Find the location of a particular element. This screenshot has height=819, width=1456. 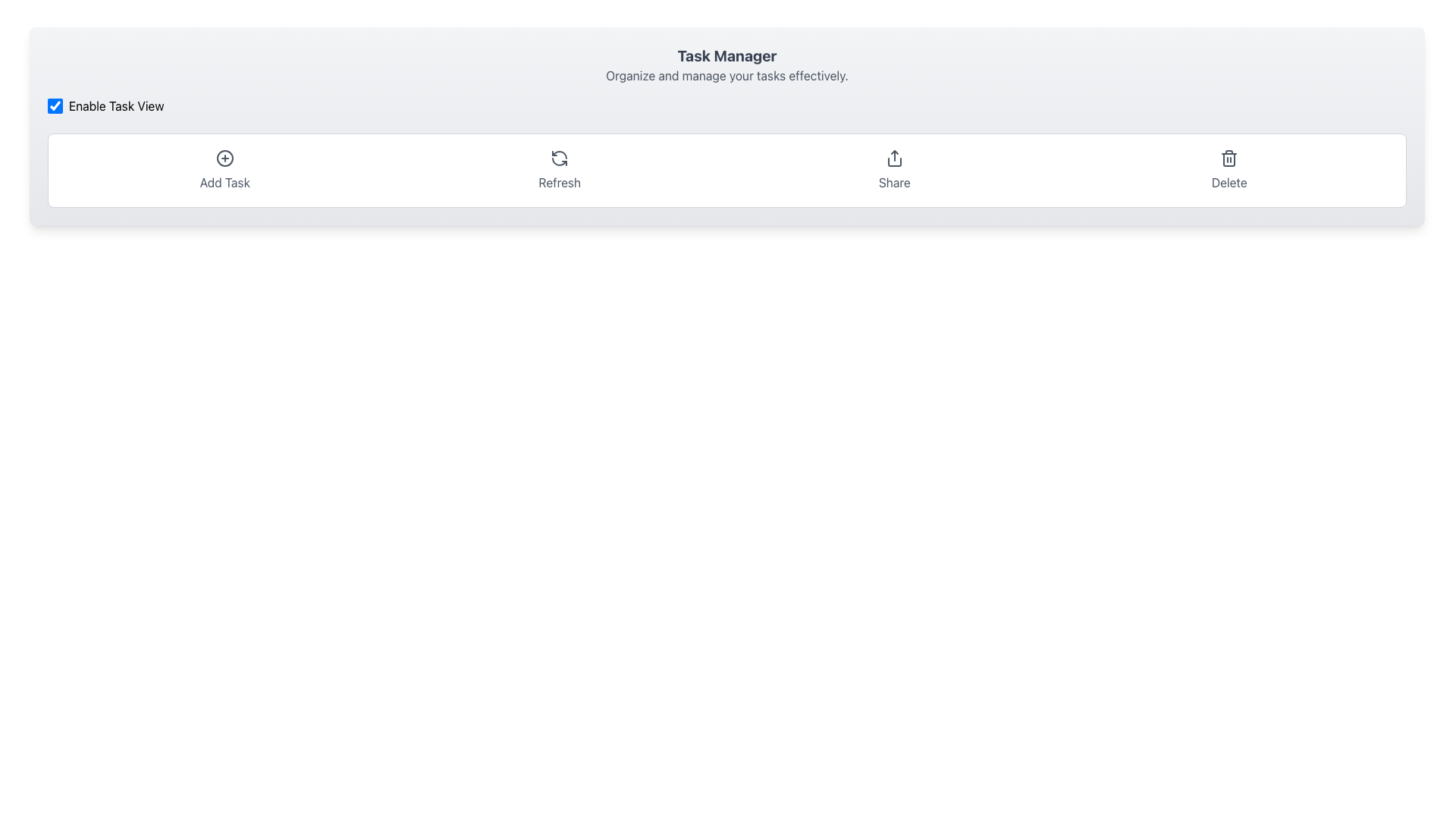

the descriptive subtitle located directly below the 'Task Manager' heading, which is purely informational and non-interactive is located at coordinates (726, 76).